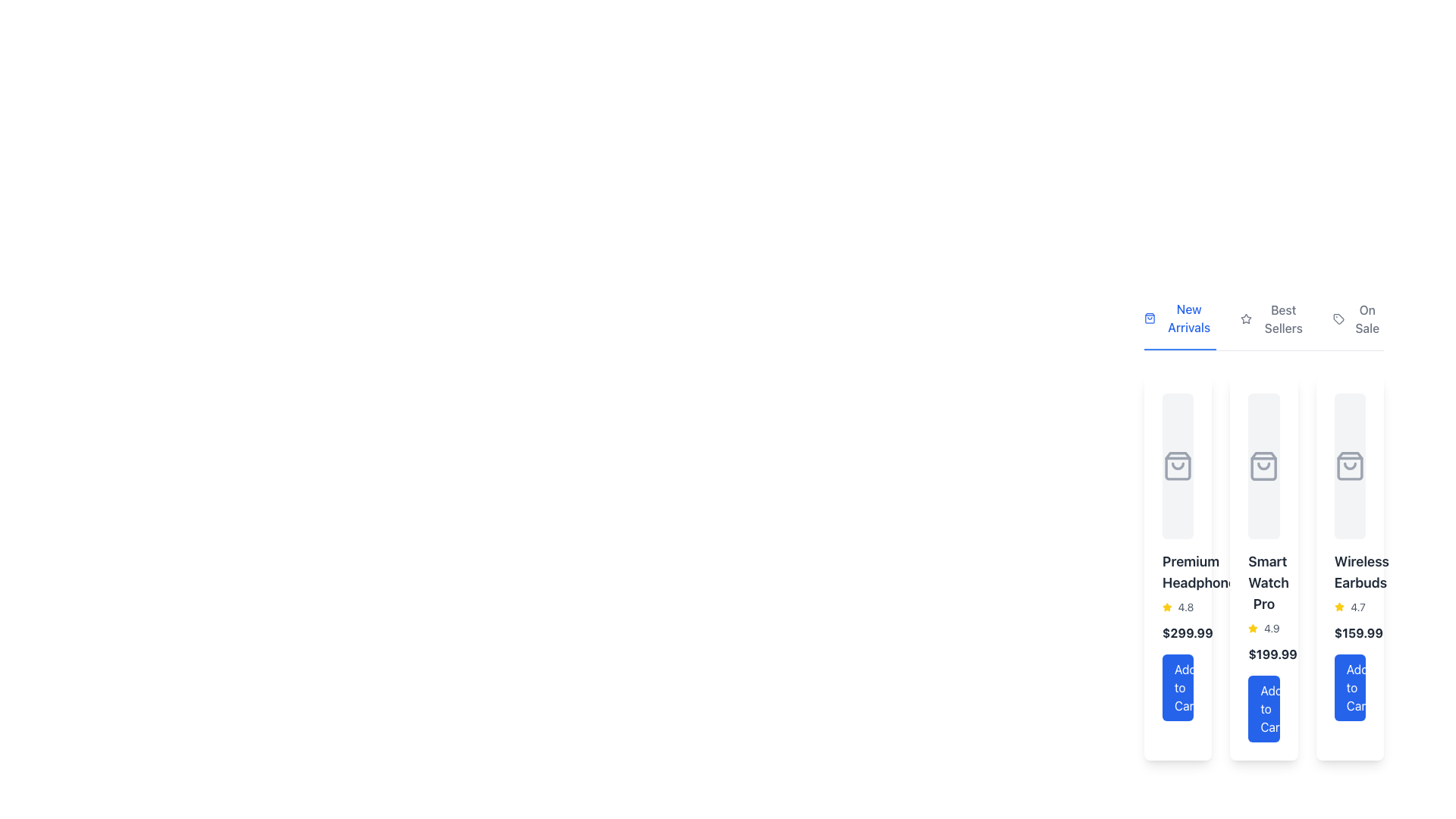 The width and height of the screenshot is (1456, 819). Describe the element at coordinates (1253, 628) in the screenshot. I see `the second star icon from the left in the product rating line for 'Smart Watch Pro', which visually represents part of the rating system` at that location.